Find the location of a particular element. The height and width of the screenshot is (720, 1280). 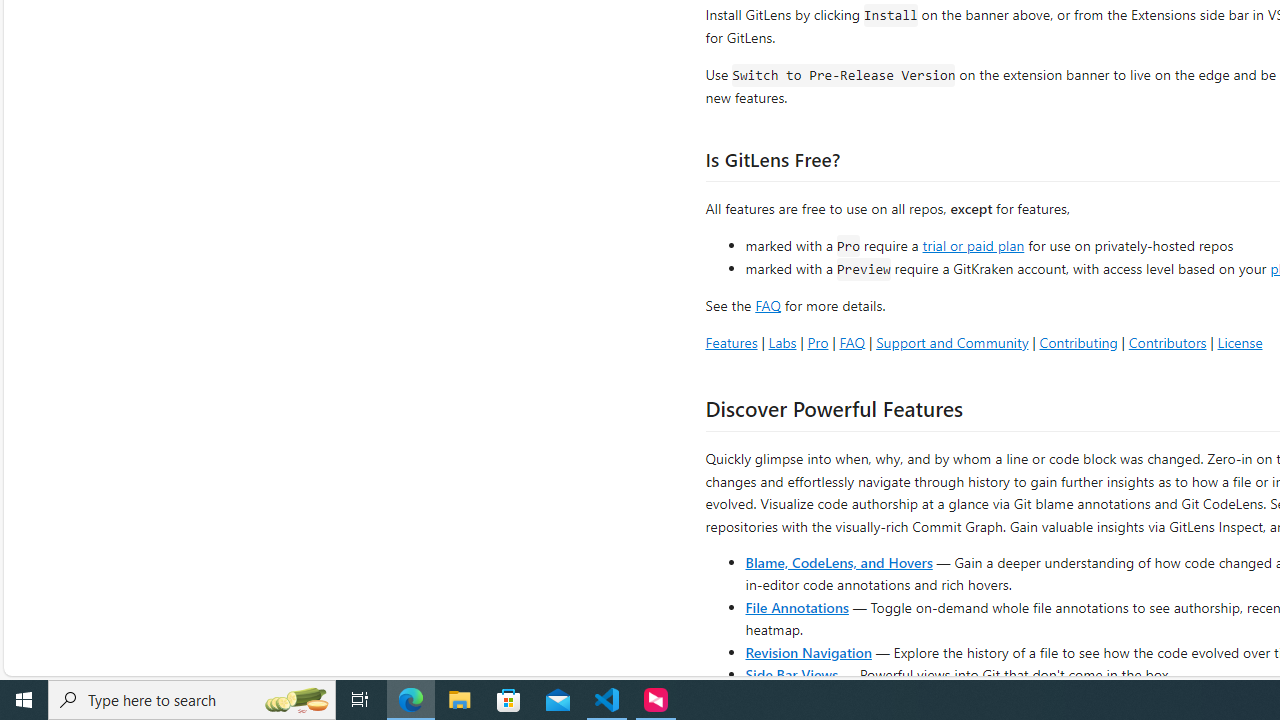

'Contributors' is located at coordinates (1167, 341).